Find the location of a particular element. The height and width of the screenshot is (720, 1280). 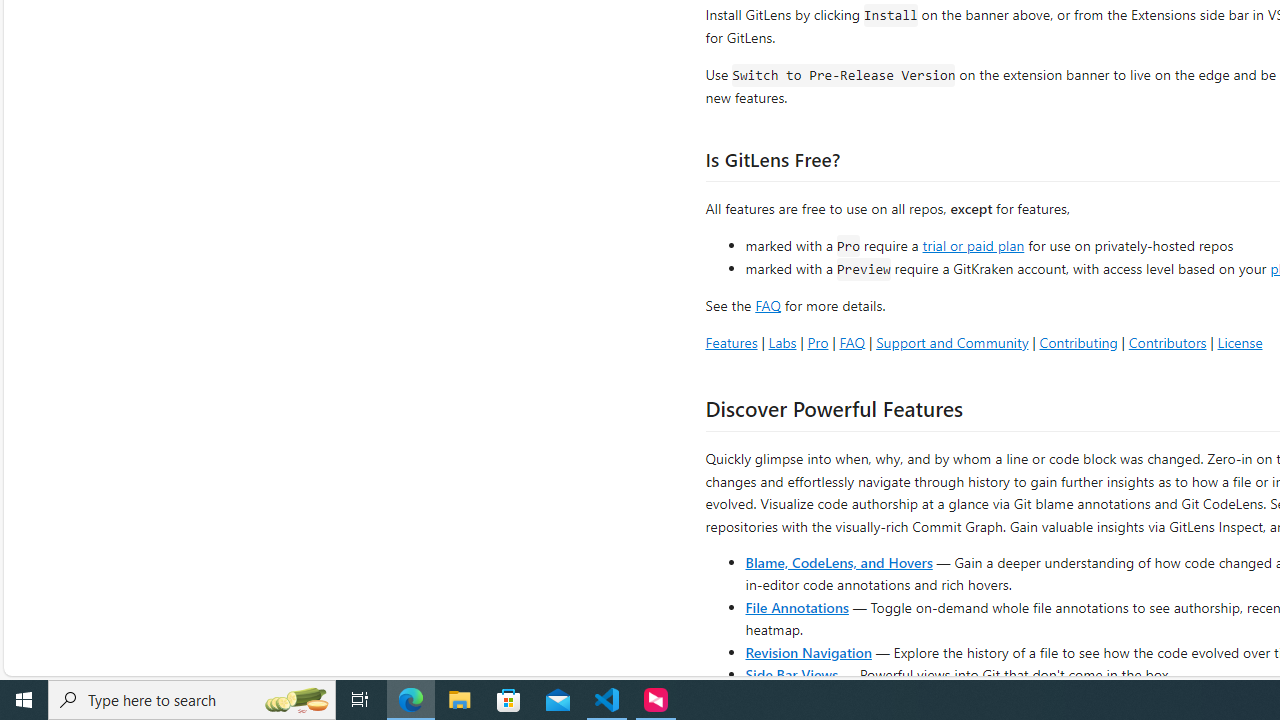

'Contributors' is located at coordinates (1167, 341).